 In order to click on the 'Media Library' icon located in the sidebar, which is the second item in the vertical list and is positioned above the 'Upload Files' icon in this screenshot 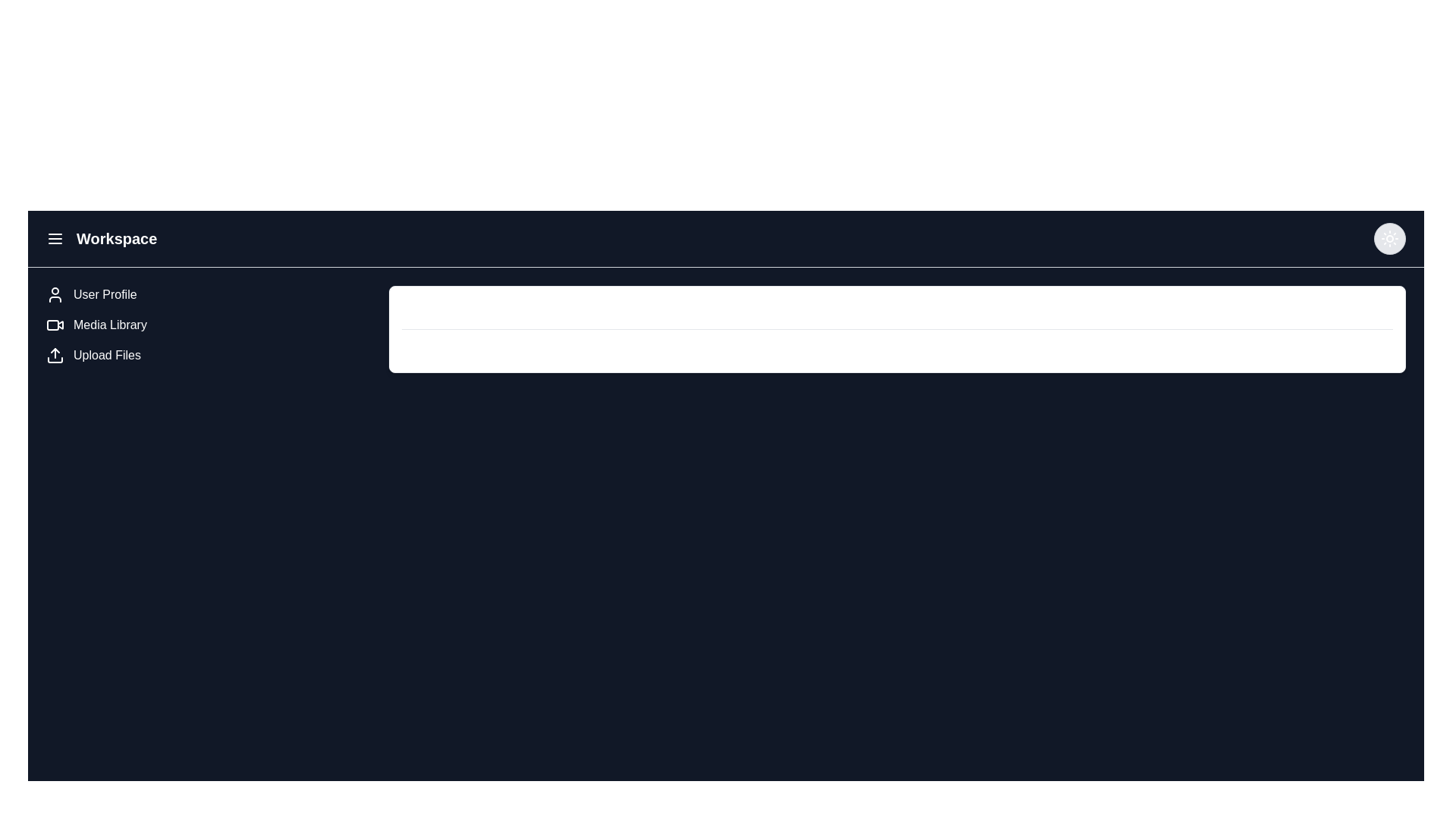, I will do `click(55, 324)`.